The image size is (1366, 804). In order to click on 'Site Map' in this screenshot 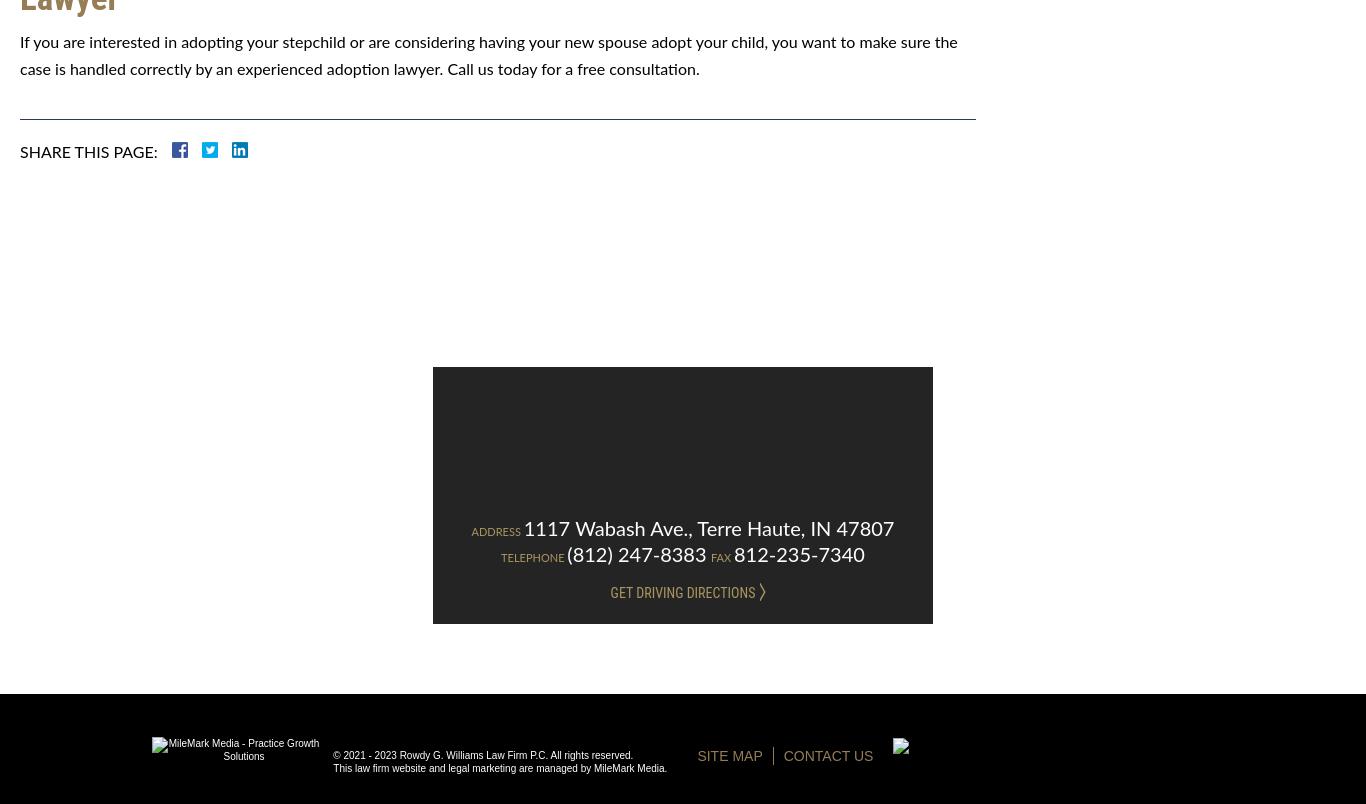, I will do `click(729, 755)`.